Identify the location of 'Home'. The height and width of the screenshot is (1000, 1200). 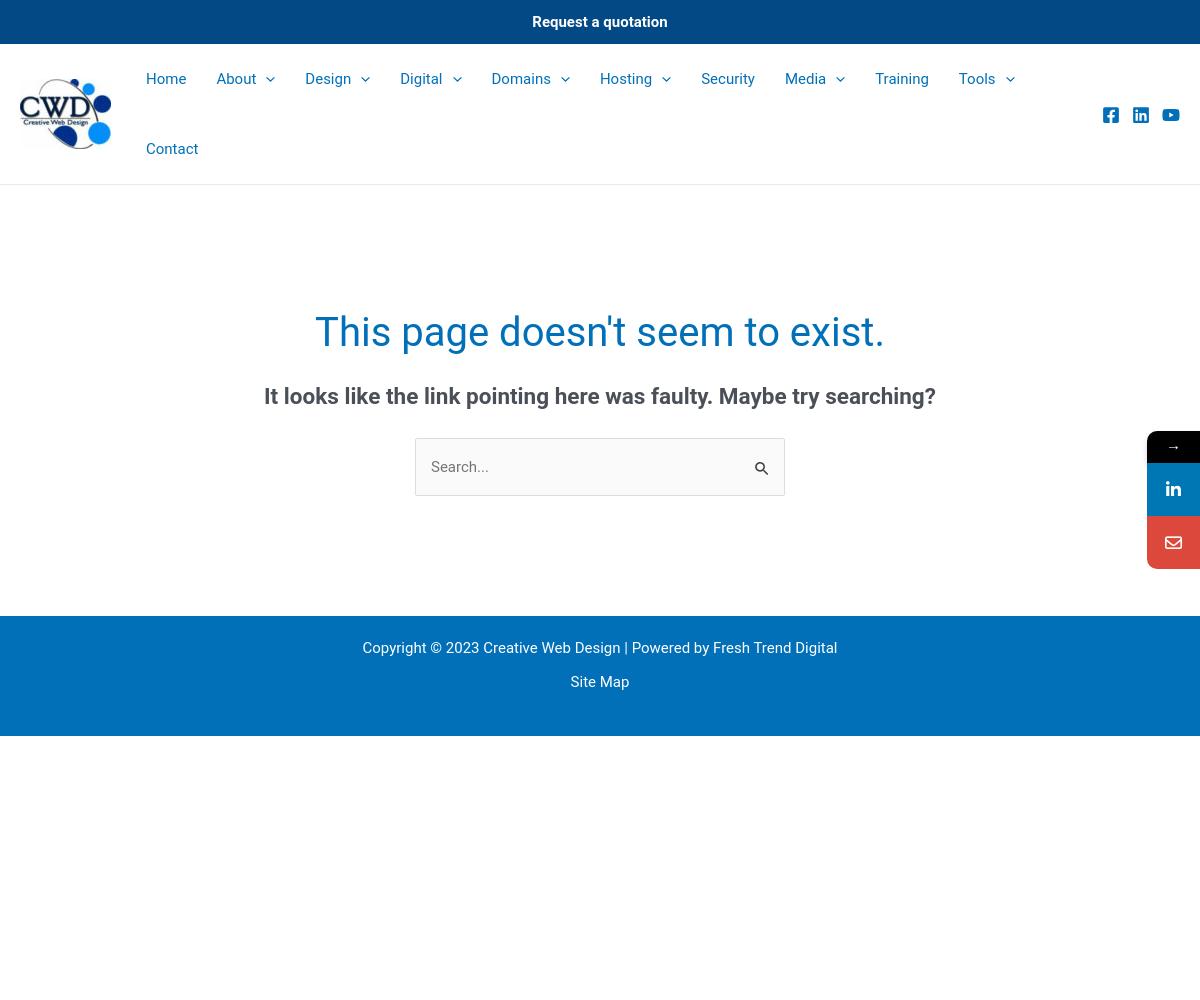
(146, 78).